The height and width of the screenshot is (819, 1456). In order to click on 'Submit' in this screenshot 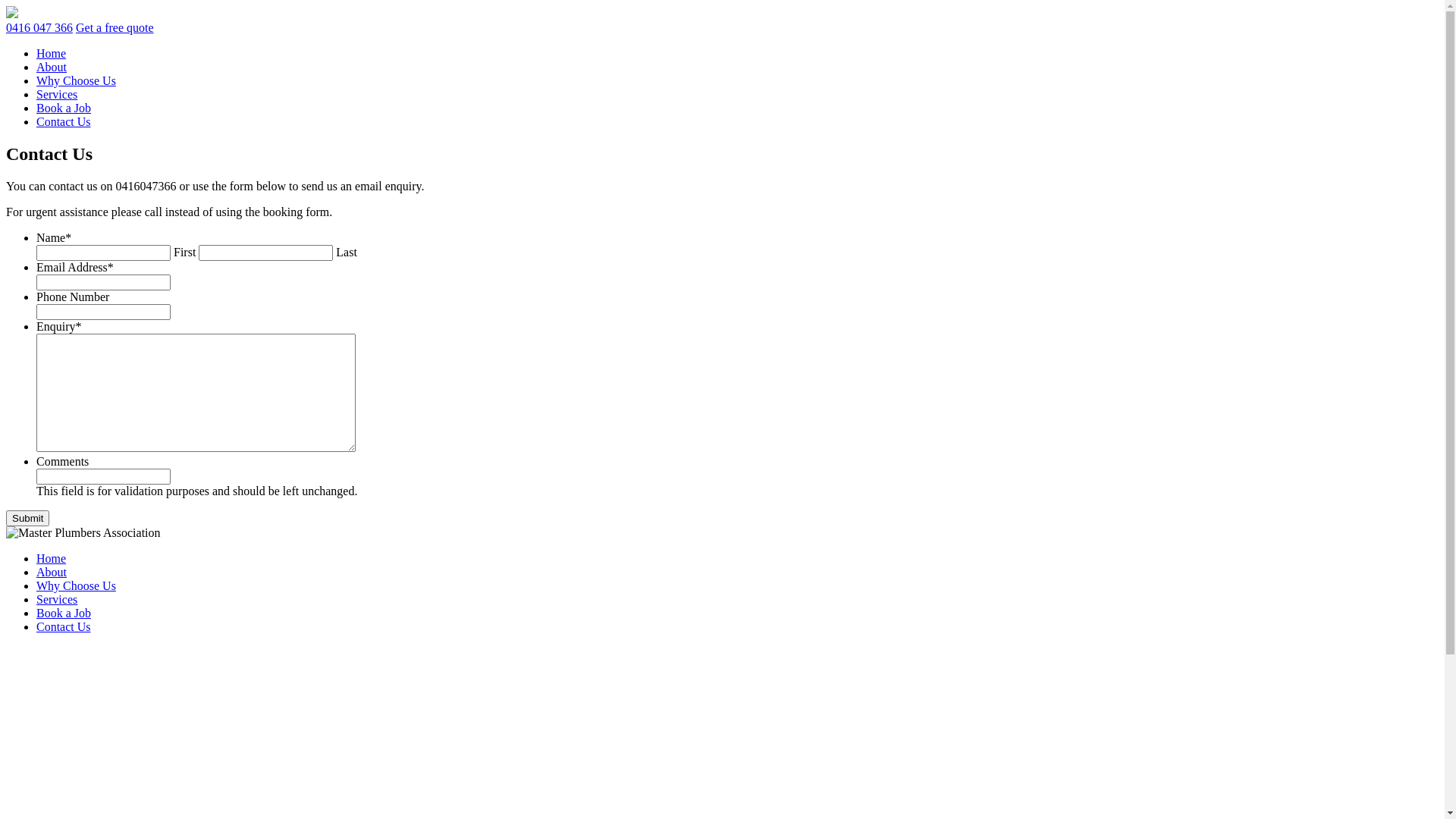, I will do `click(6, 517)`.